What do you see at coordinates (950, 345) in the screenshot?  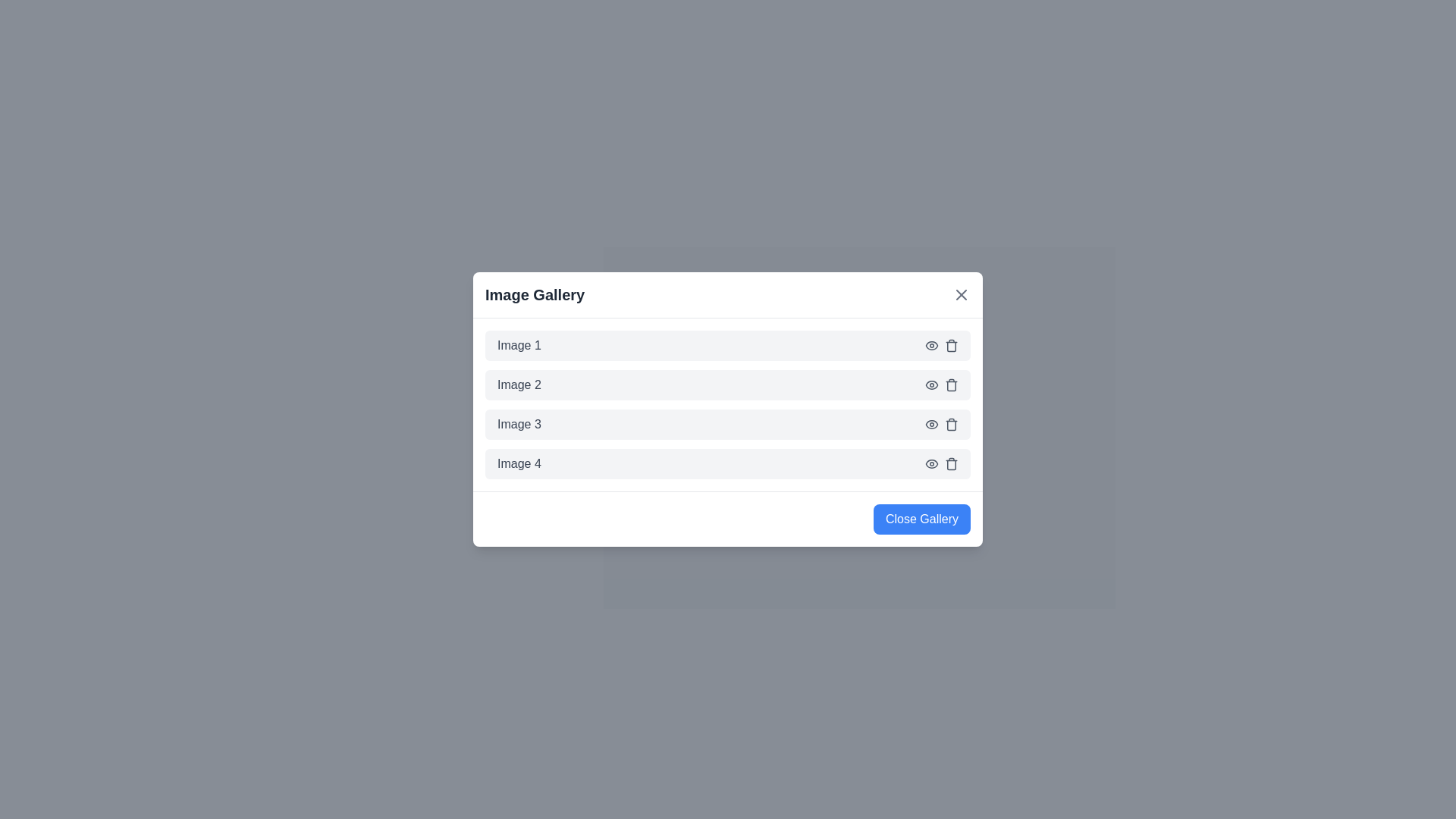 I see `the trash bin icon button, which is the second interactive icon in the last column of the first row within the gallery table, to emphasize interactivity with hover effects` at bounding box center [950, 345].